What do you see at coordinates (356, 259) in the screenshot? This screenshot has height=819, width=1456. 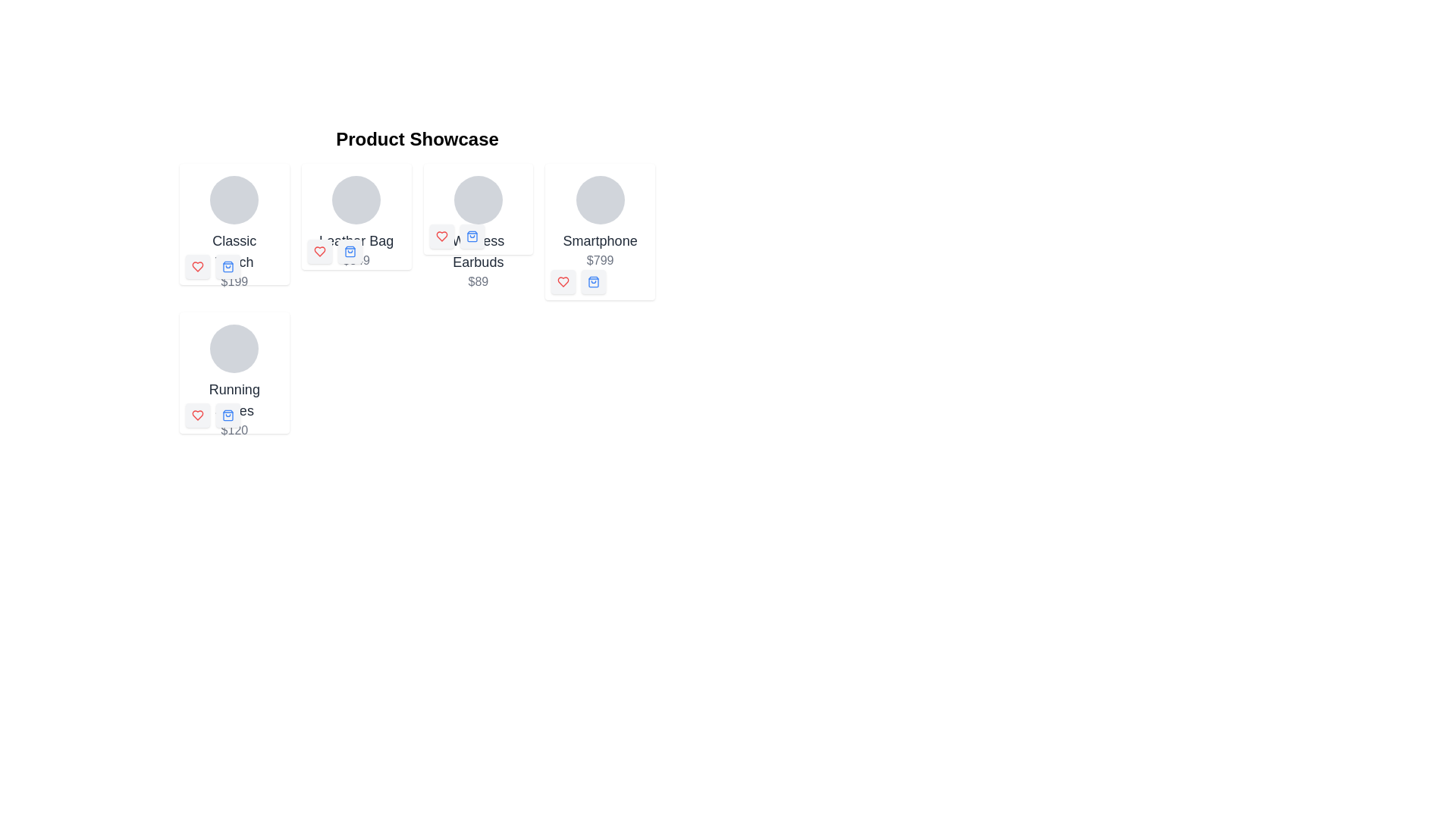 I see `the text label displaying the price '$349', which is styled in gray and positioned below the title 'Leather Bag' within the product card` at bounding box center [356, 259].